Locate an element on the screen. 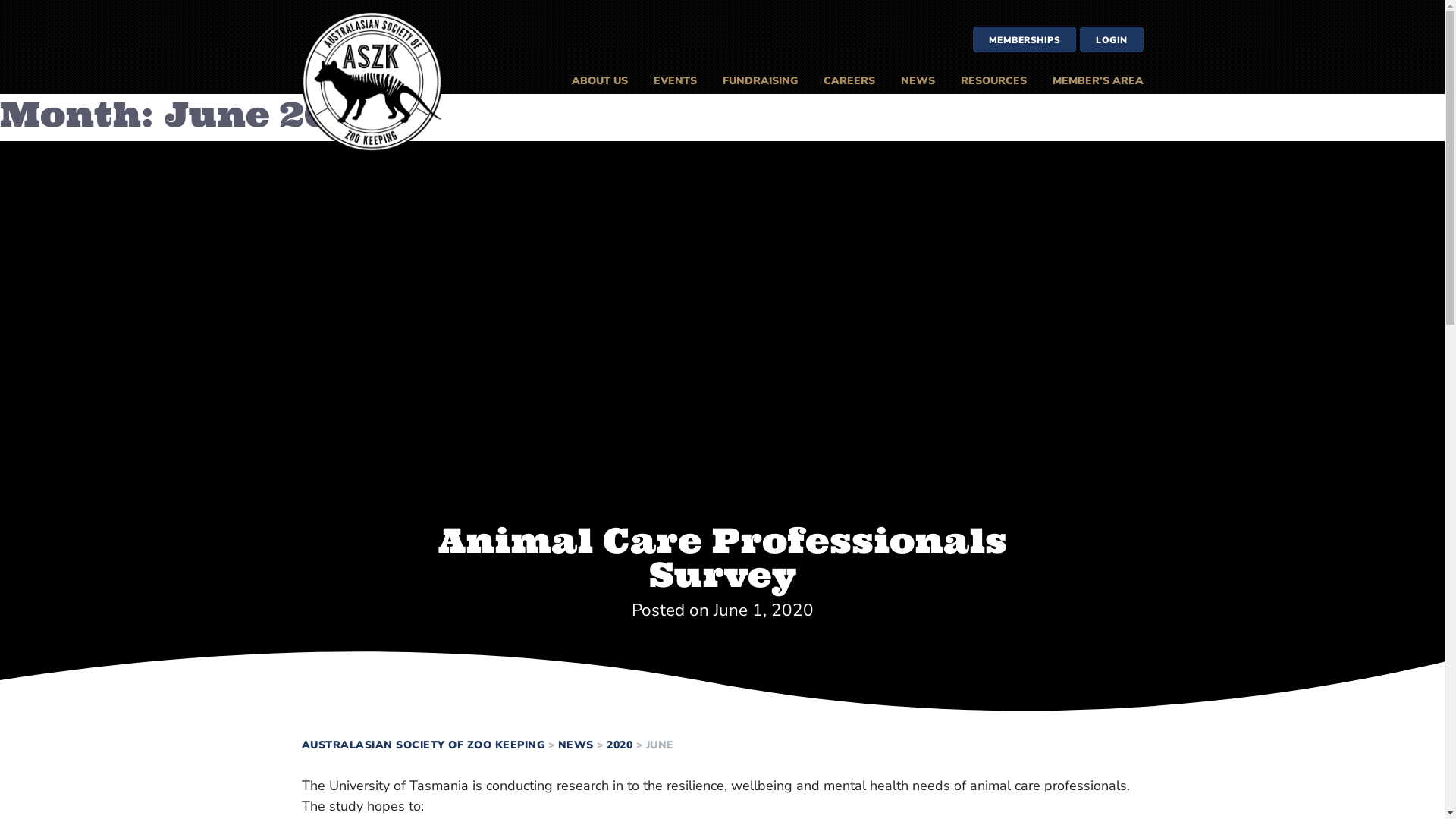 The width and height of the screenshot is (1456, 819). 'EVENTS' is located at coordinates (641, 81).